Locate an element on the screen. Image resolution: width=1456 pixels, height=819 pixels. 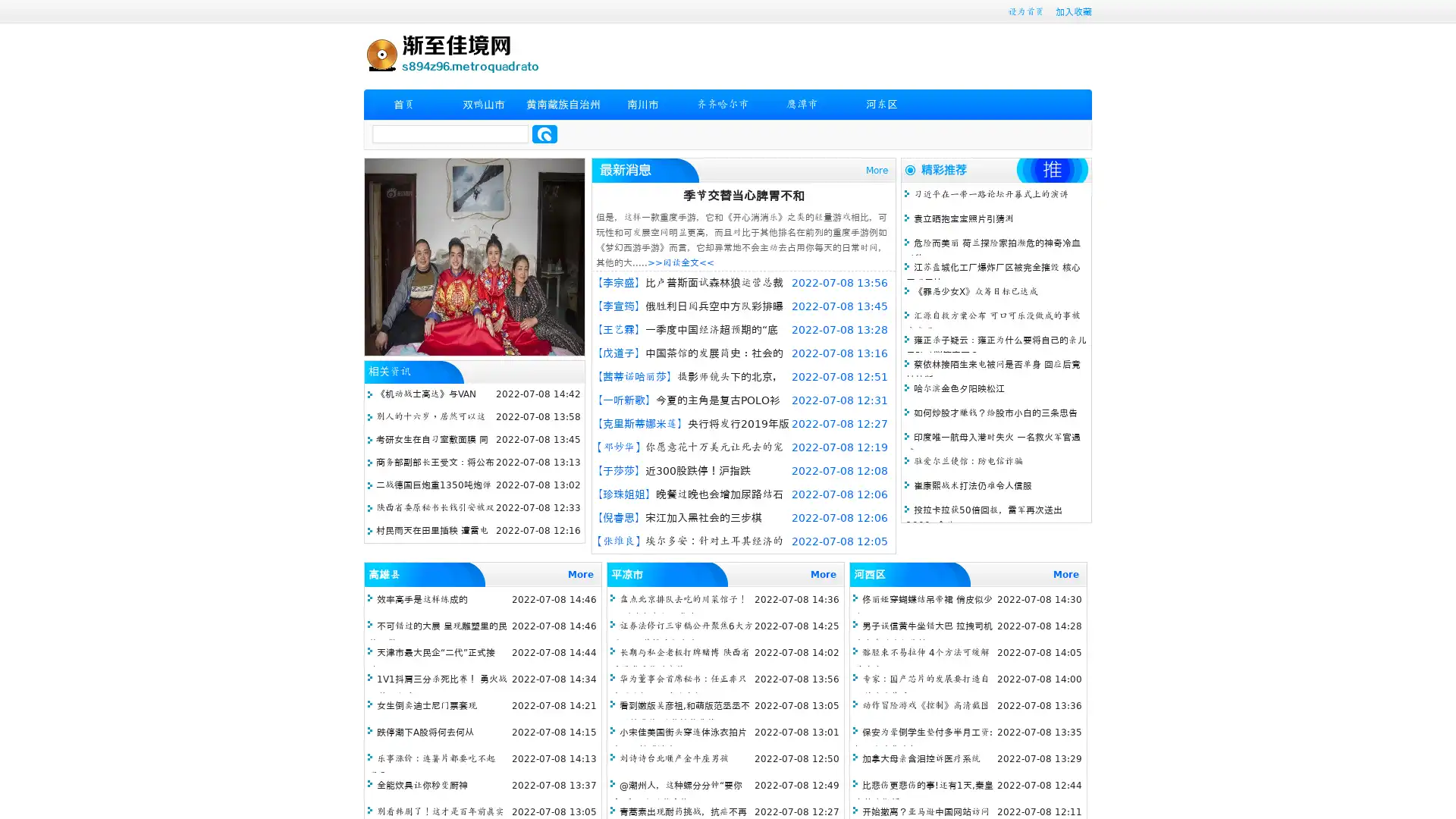
Search is located at coordinates (544, 133).